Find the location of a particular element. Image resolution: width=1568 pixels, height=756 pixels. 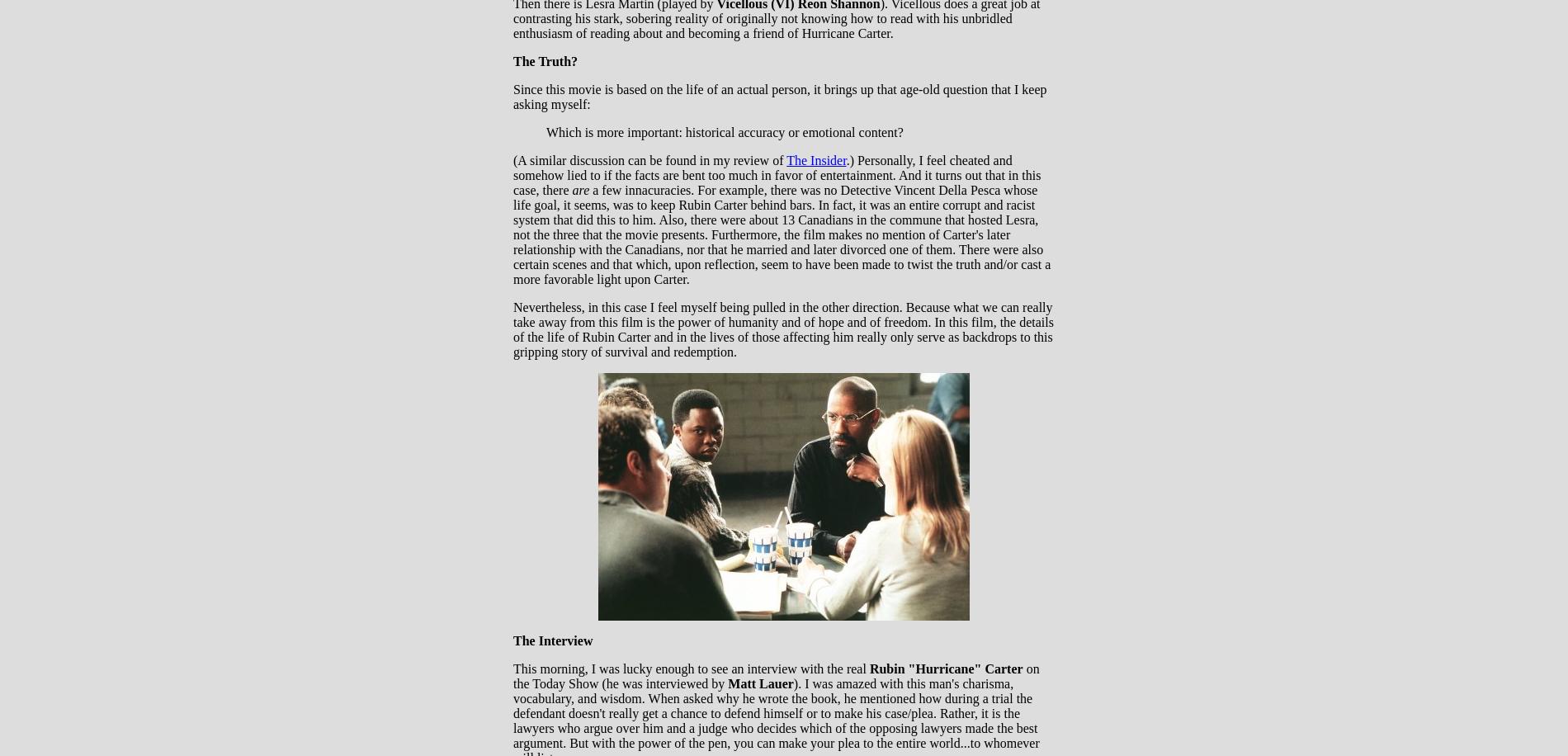

'Nevertheless, in this case I feel myself being pulled in the other direction.  Because what we can really take away from this film is the power of humanity and of hope and of freedom.  In this film, the details of the life of Rubin Carter and in the lives of those affecting him really only serve as backdrops to this gripping story of survival and redemption.' is located at coordinates (513, 329).